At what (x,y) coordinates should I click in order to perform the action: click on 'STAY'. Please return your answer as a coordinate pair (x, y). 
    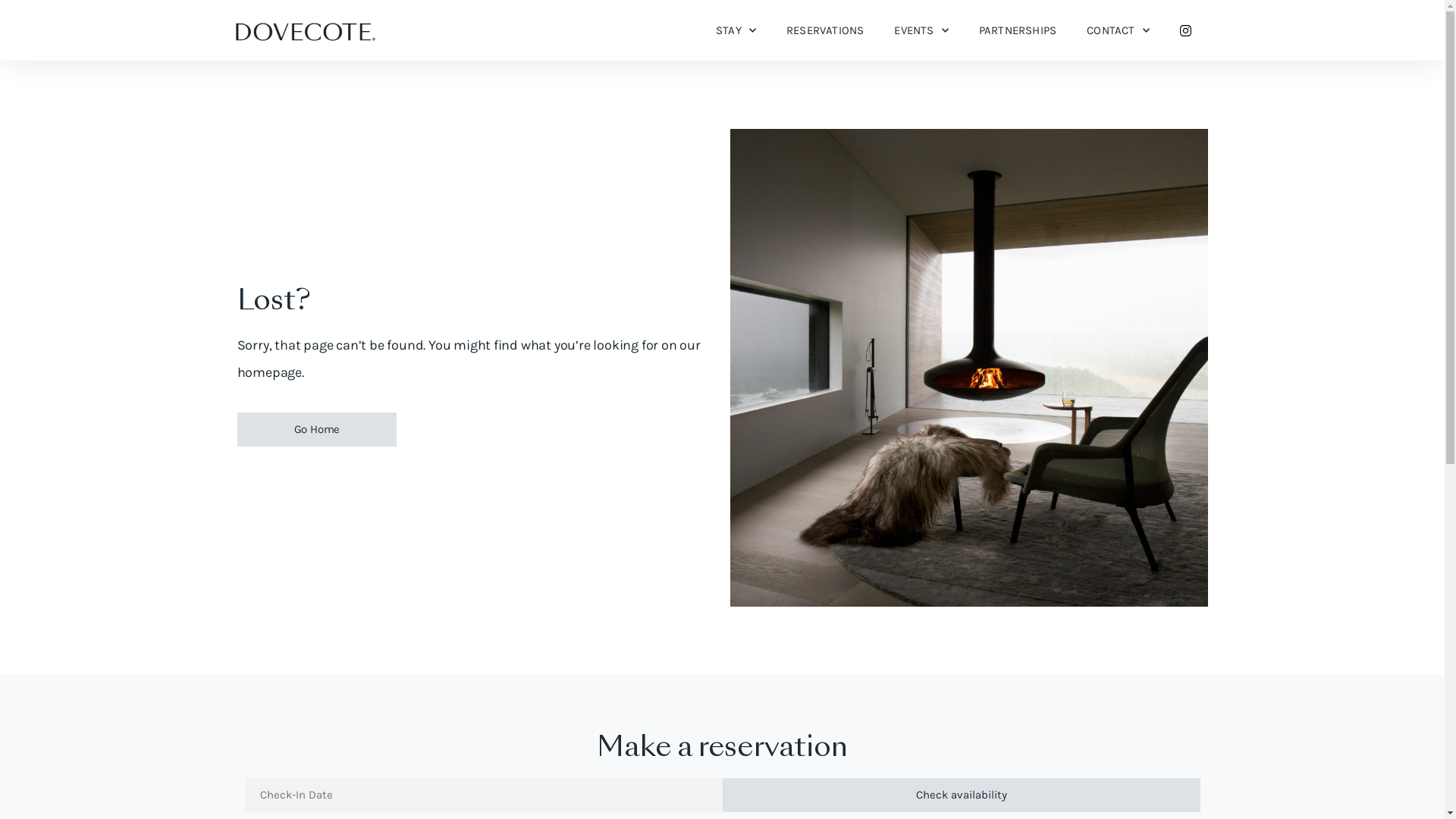
    Looking at the image, I should click on (736, 30).